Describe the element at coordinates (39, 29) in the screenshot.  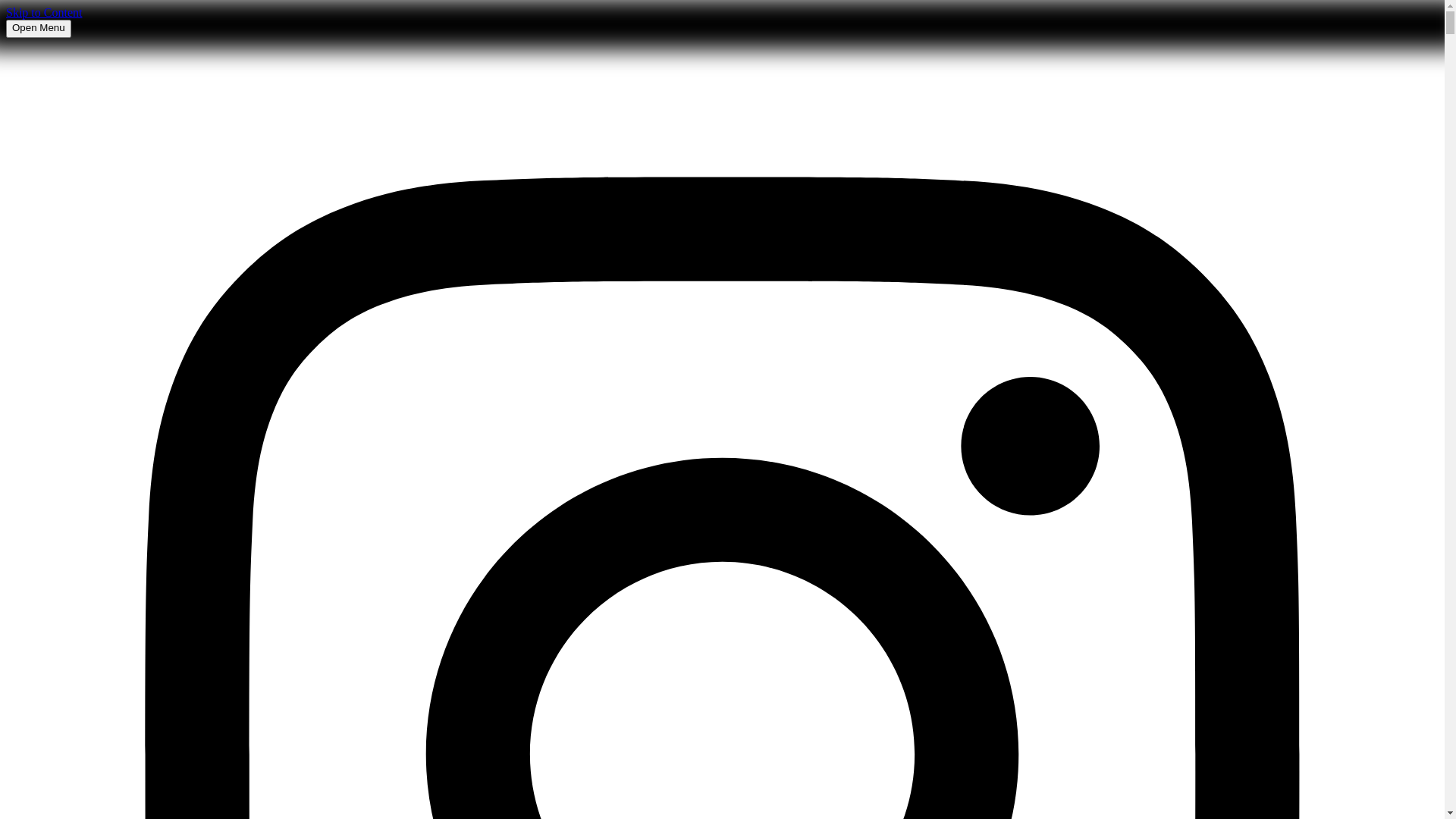
I see `'Open Menu'` at that location.